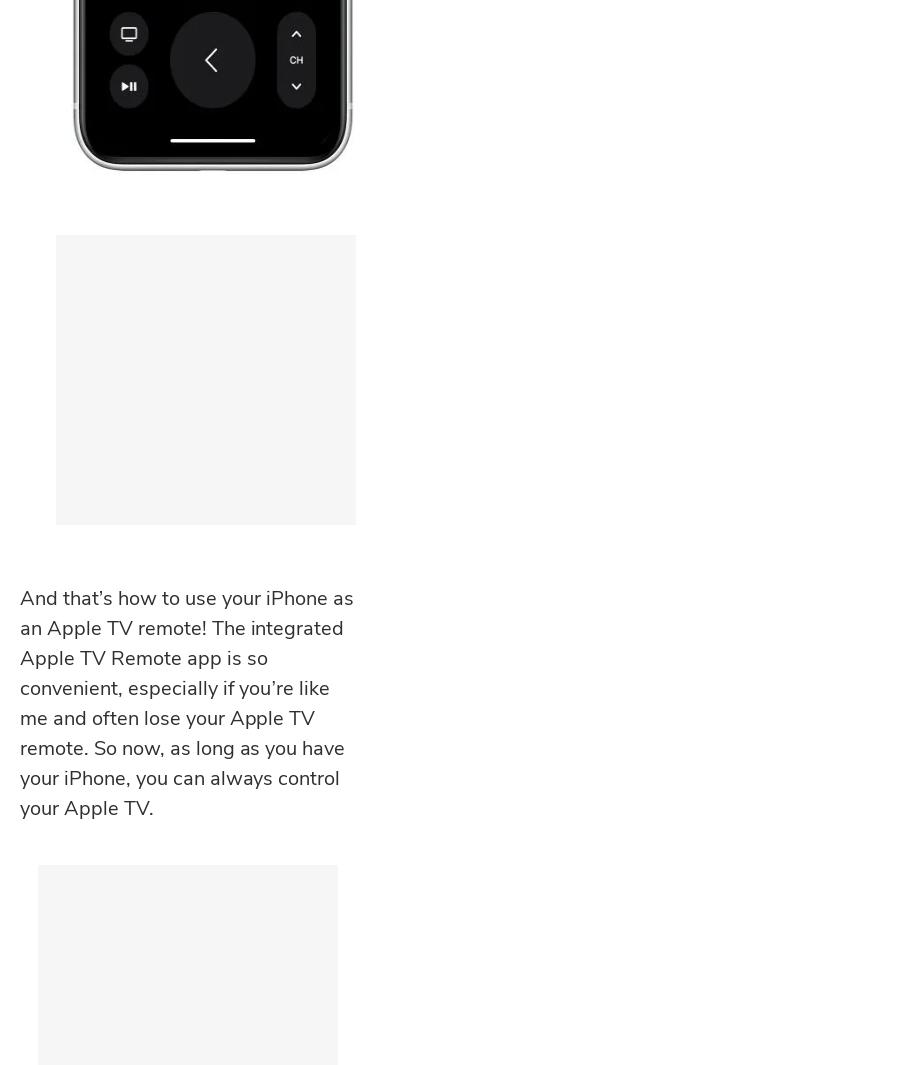  What do you see at coordinates (117, 681) in the screenshot?
I see `'Sign up here'` at bounding box center [117, 681].